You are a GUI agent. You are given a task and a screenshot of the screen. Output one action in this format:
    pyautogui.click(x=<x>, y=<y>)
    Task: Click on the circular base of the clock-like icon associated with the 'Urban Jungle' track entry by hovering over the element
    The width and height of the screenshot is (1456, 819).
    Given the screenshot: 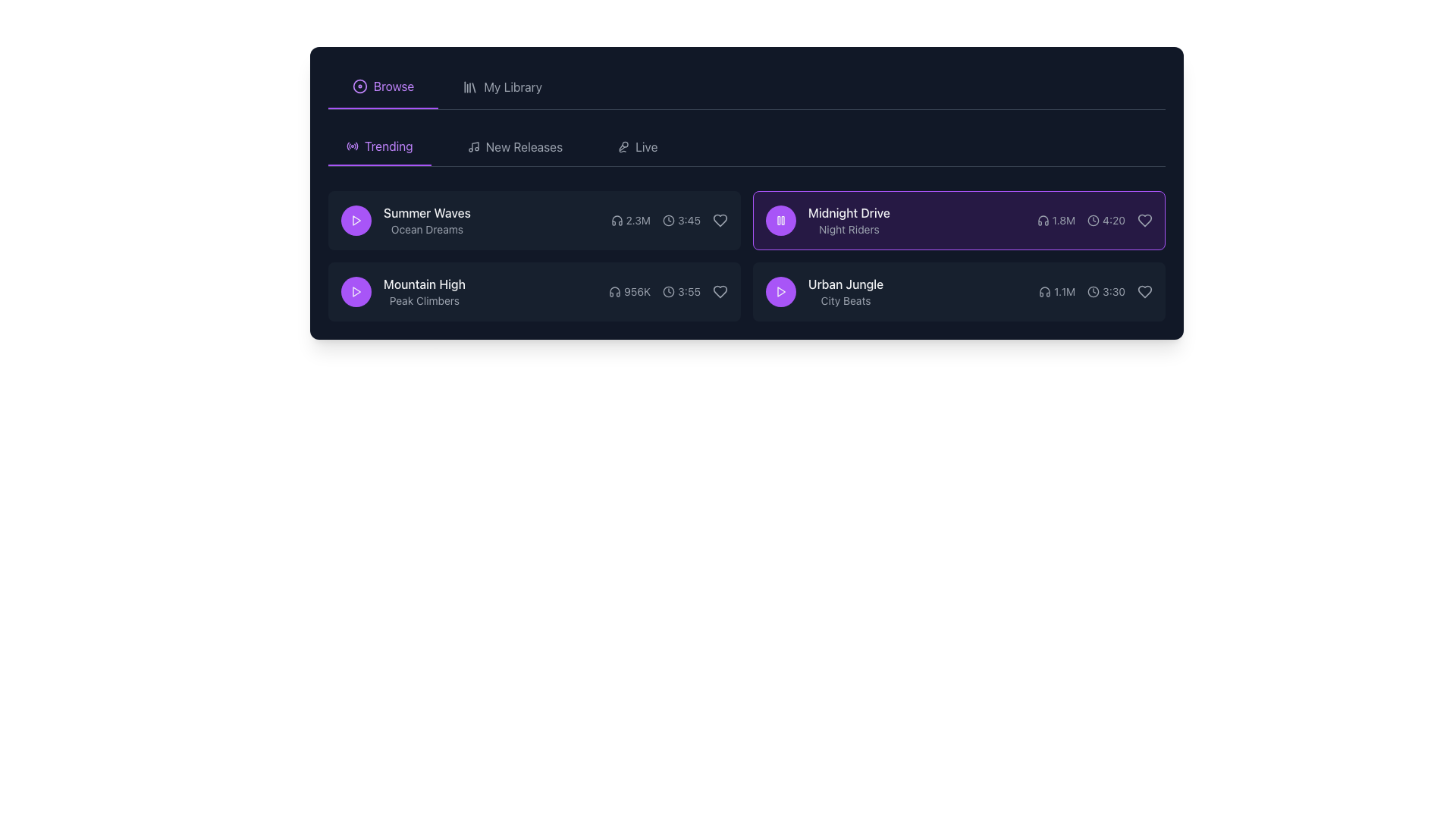 What is the action you would take?
    pyautogui.click(x=1094, y=292)
    